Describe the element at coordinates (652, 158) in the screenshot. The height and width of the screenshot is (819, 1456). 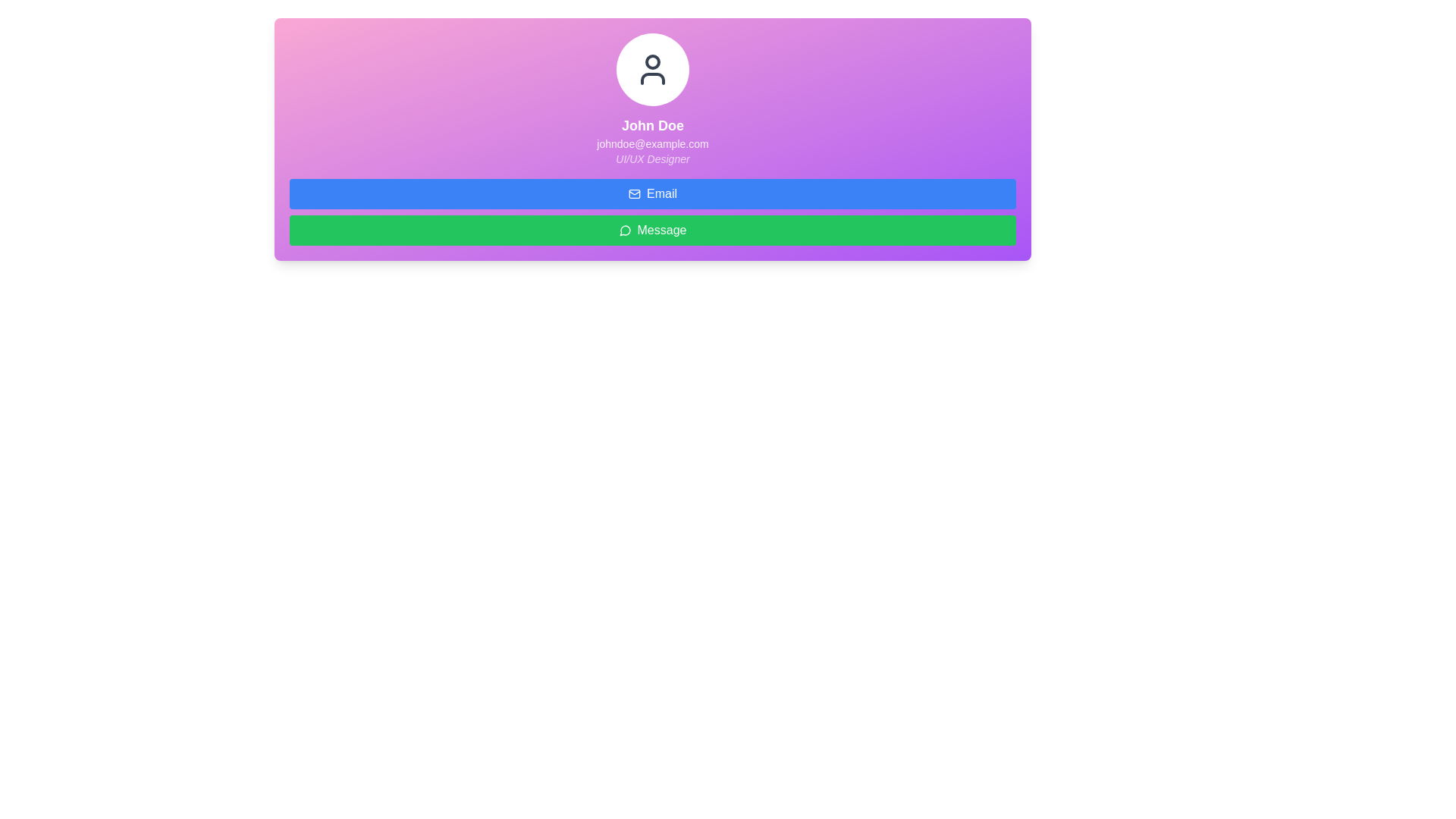
I see `the text 'UI/UX Designer' located at the bottom of the section containing 'John Doe' and 'johndoe@example.com' to trigger potential tooltips or interactions` at that location.